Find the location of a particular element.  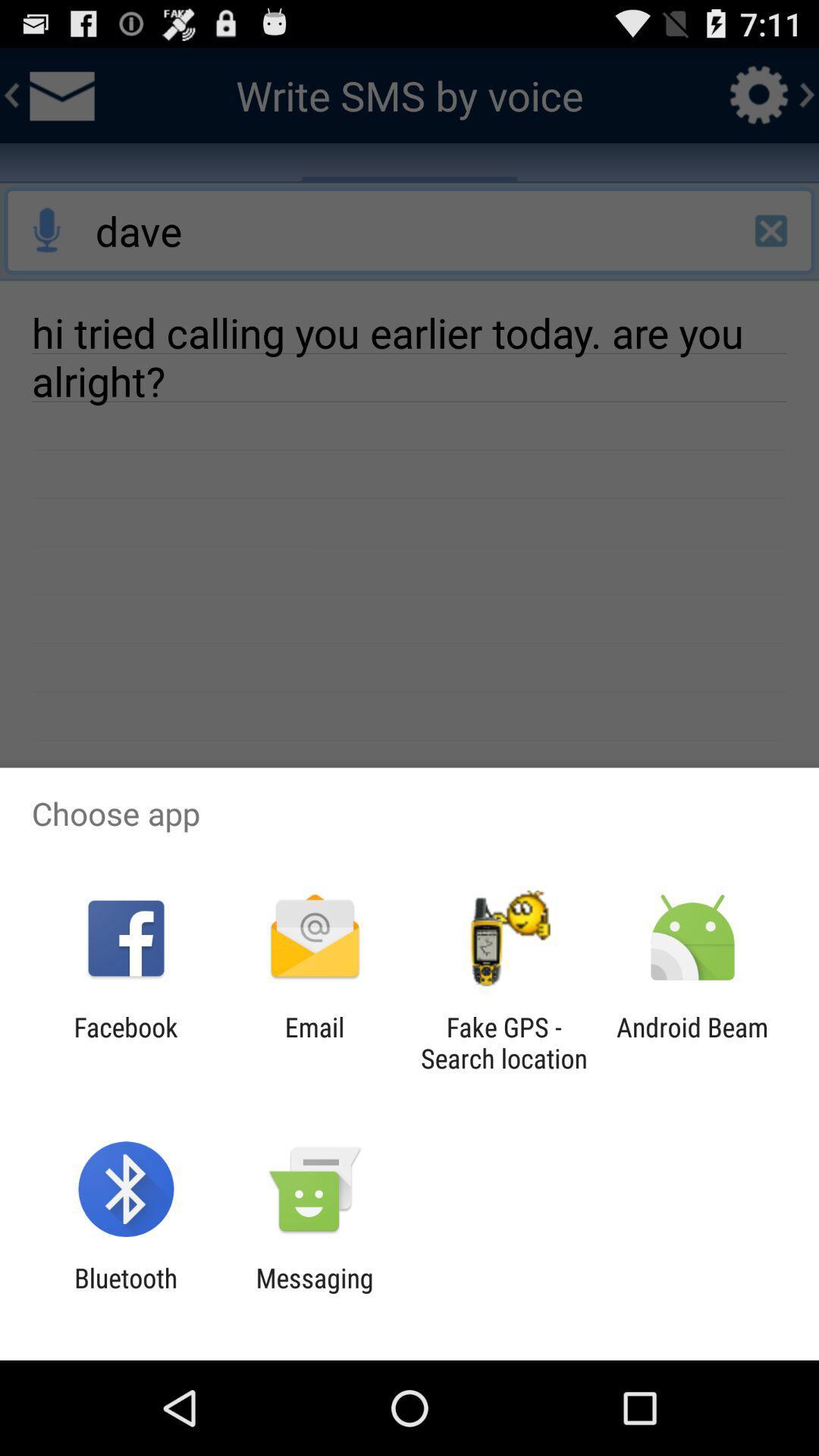

app next to bluetooth is located at coordinates (314, 1293).